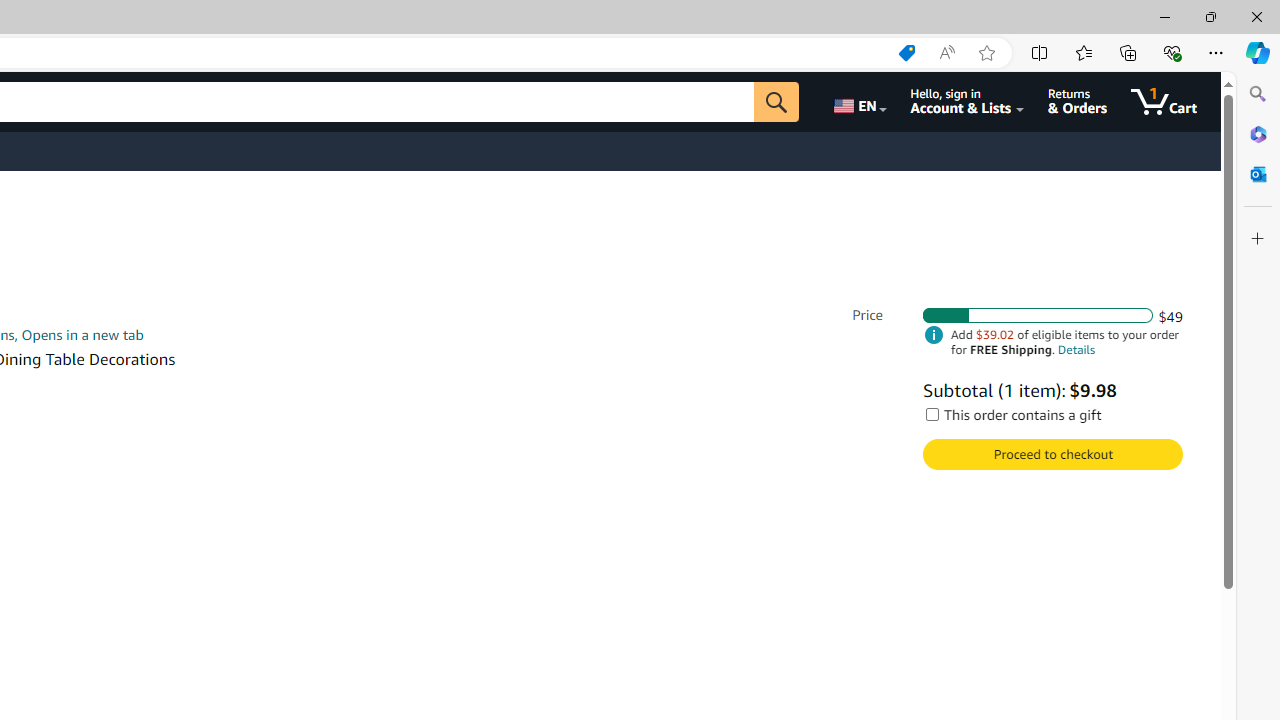 Image resolution: width=1280 pixels, height=720 pixels. I want to click on 'Hello, sign in Account & Lists', so click(967, 101).